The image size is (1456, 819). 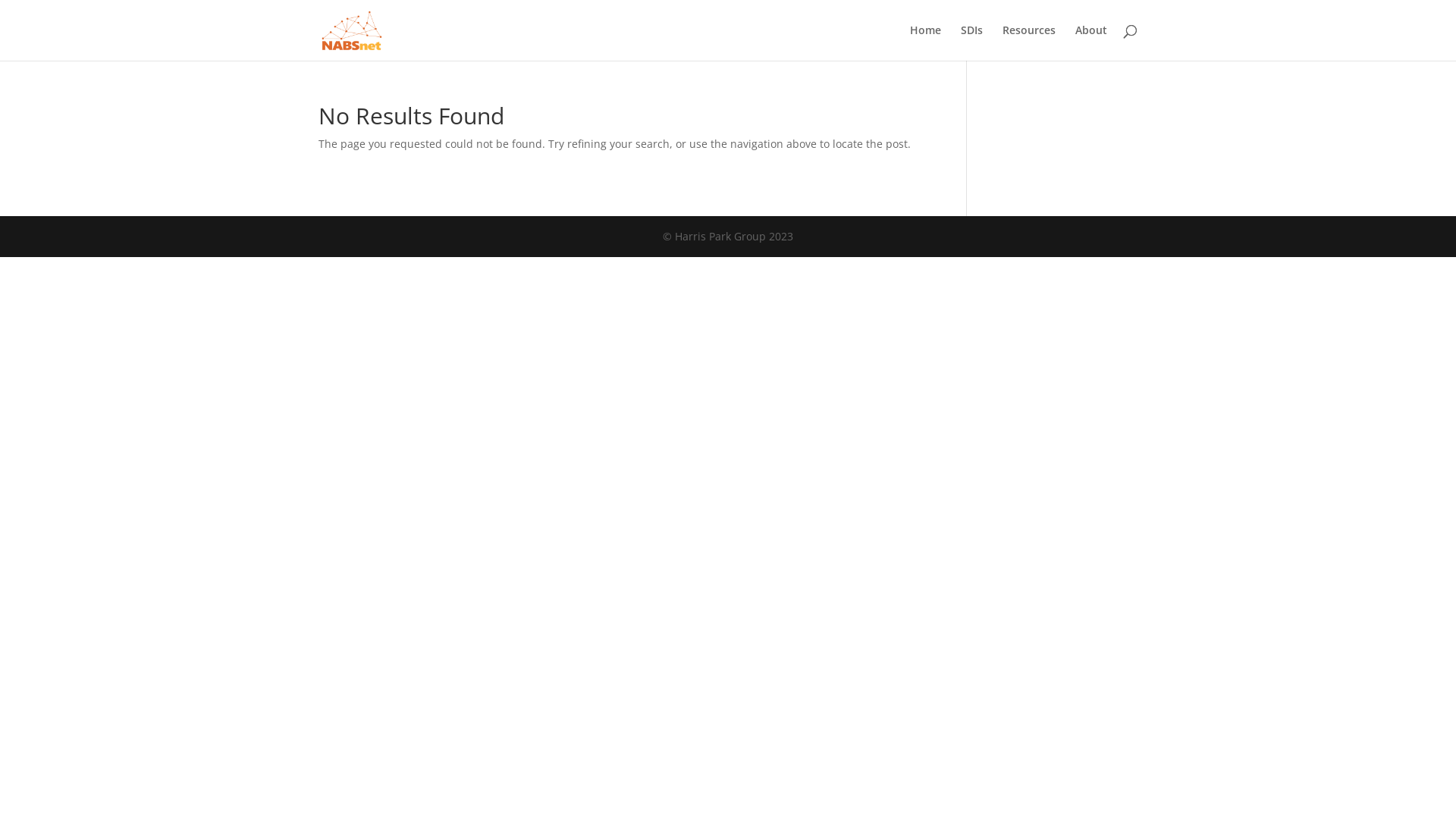 What do you see at coordinates (971, 42) in the screenshot?
I see `'SDIs'` at bounding box center [971, 42].